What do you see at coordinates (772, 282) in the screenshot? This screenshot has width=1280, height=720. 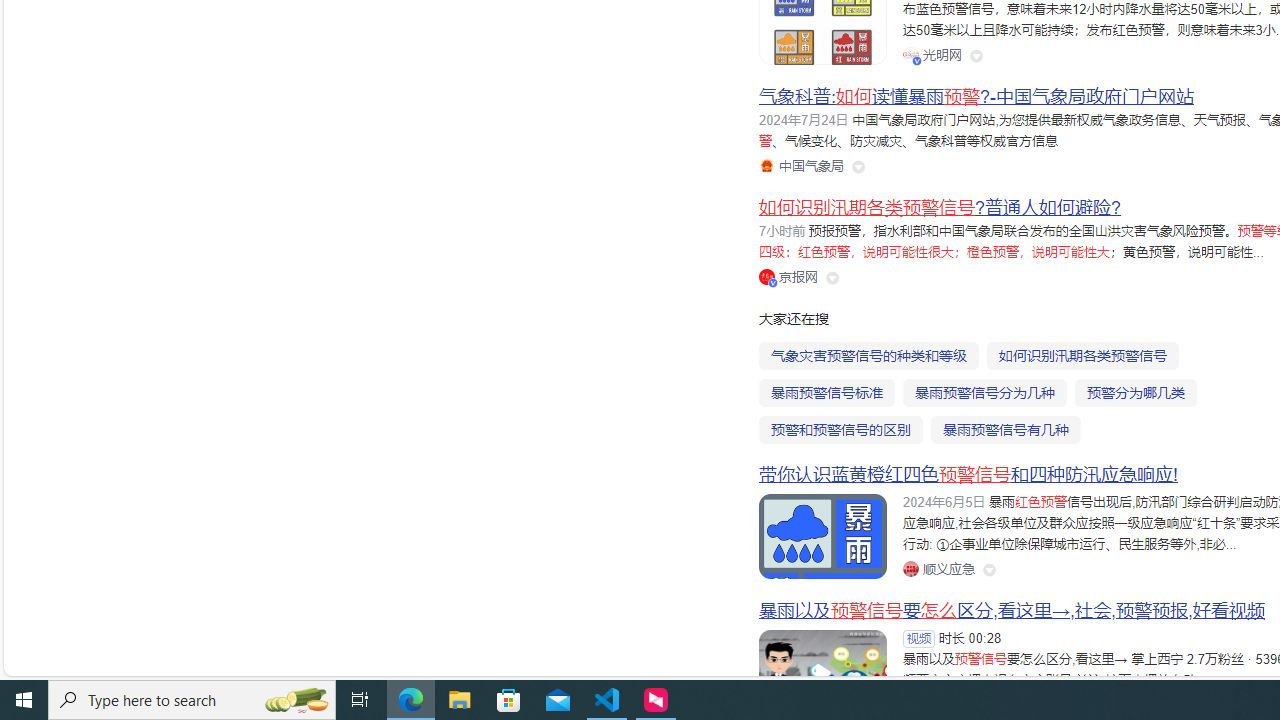 I see `'Class: vip-icon_kNmNt'` at bounding box center [772, 282].